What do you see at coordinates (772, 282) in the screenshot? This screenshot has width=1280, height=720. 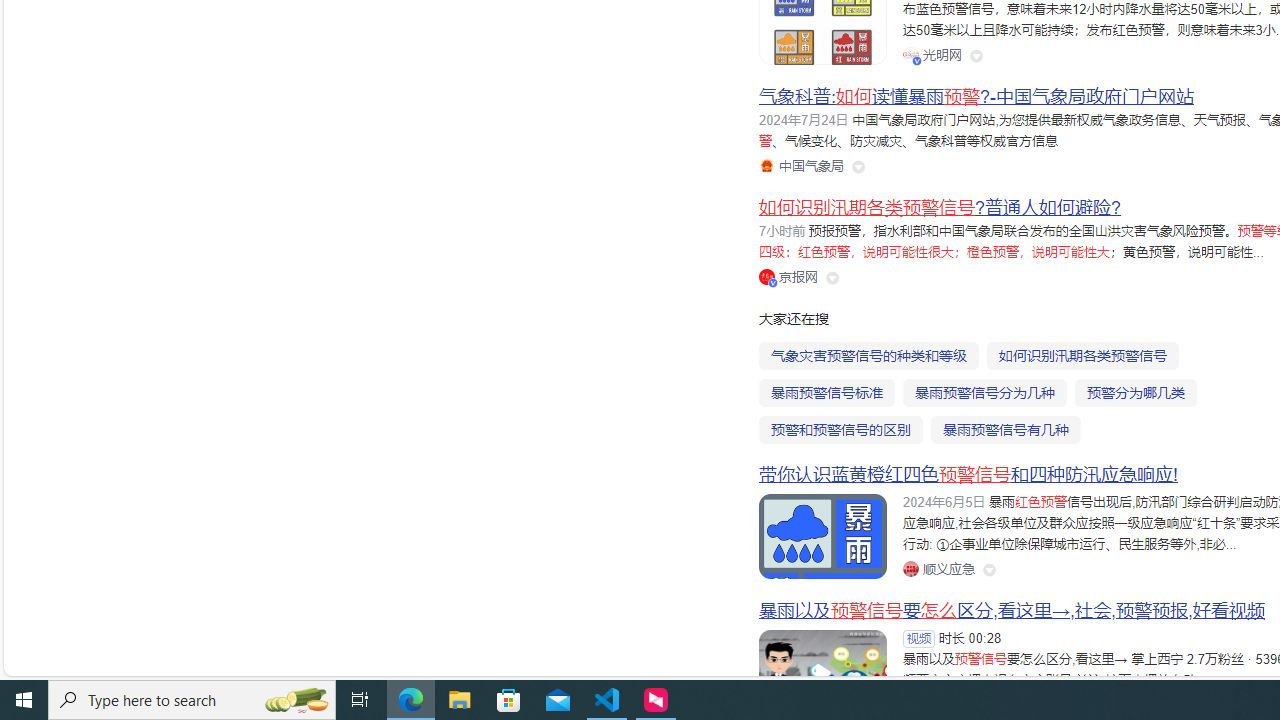 I see `'Class: vip-icon_kNmNt'` at bounding box center [772, 282].